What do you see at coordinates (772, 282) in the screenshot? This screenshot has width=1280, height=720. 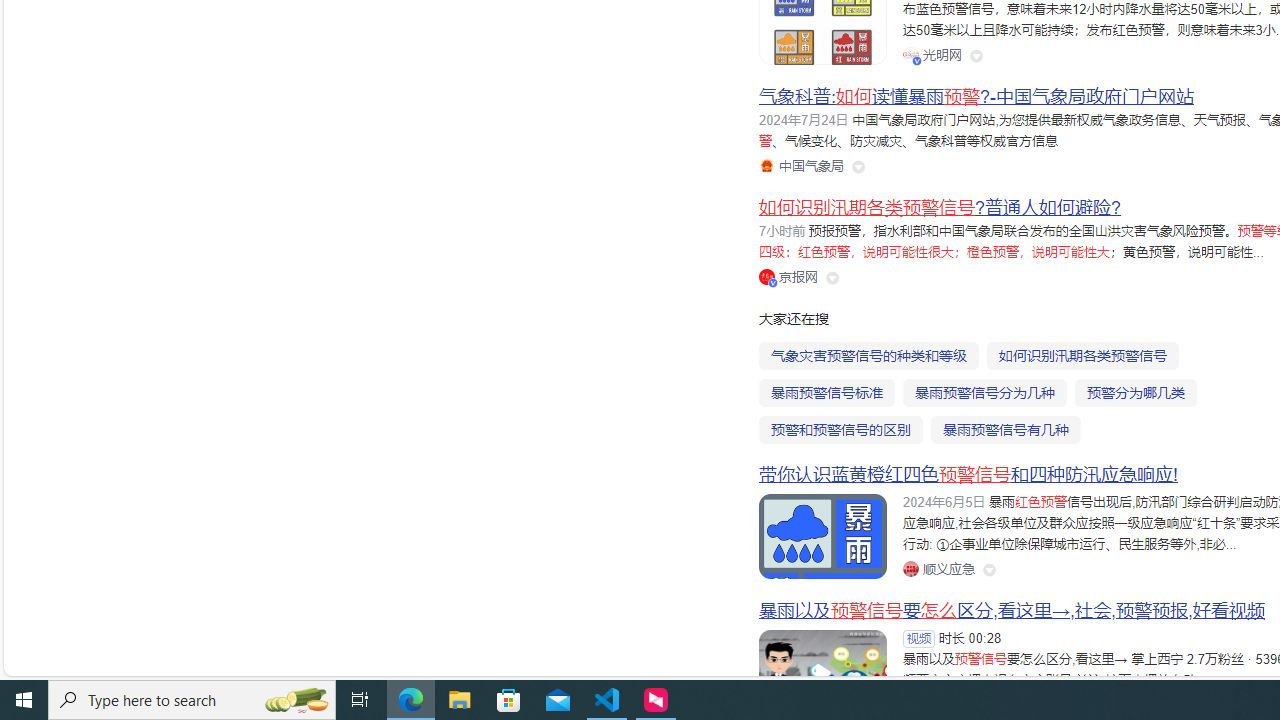 I see `'Class: vip-icon_kNmNt'` at bounding box center [772, 282].